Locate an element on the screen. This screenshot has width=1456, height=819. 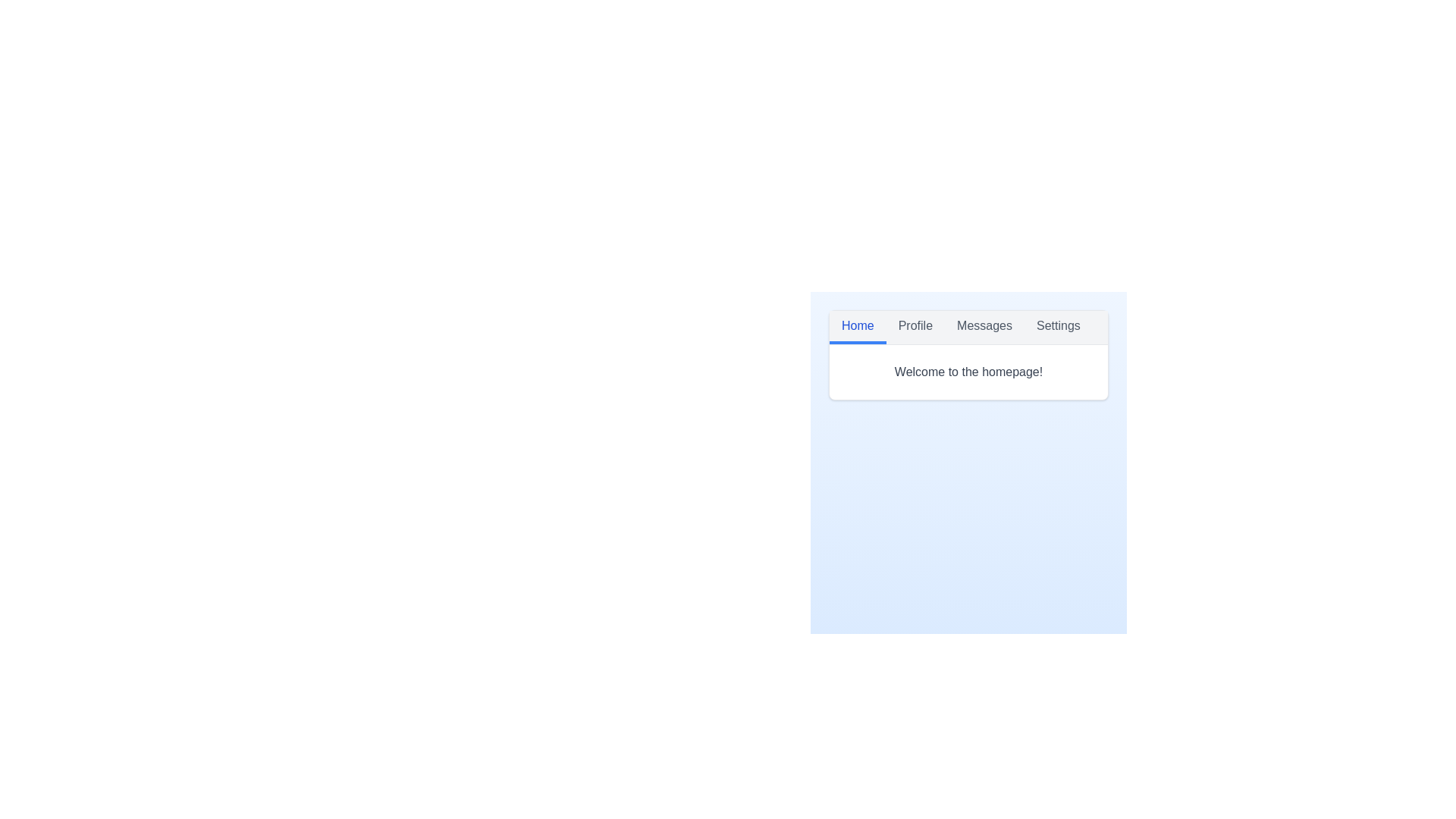
the 'Home' navigation tab in the horizontal navigation bar is located at coordinates (858, 327).